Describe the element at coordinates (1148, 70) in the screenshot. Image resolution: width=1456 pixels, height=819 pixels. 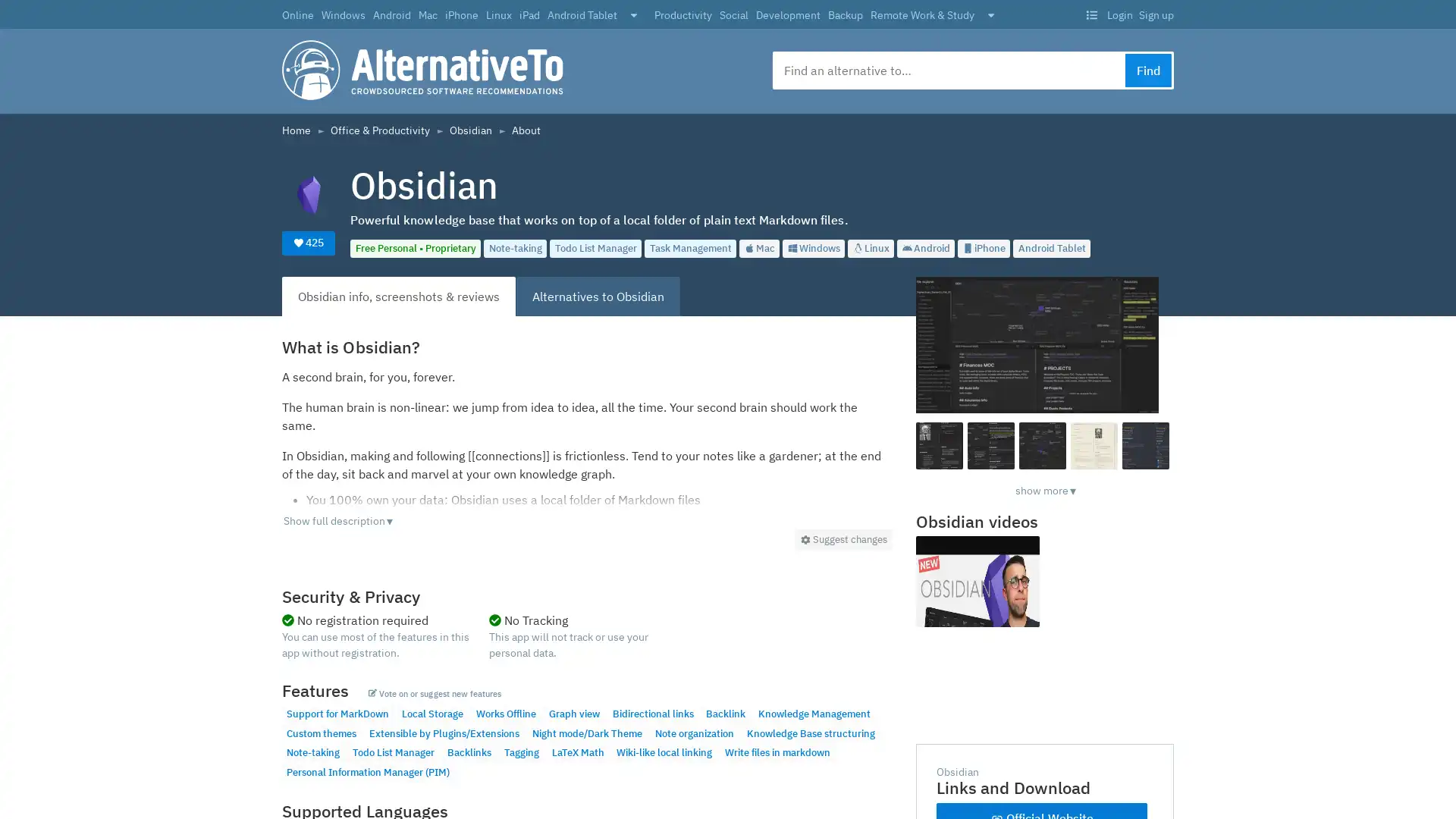
I see `Find` at that location.